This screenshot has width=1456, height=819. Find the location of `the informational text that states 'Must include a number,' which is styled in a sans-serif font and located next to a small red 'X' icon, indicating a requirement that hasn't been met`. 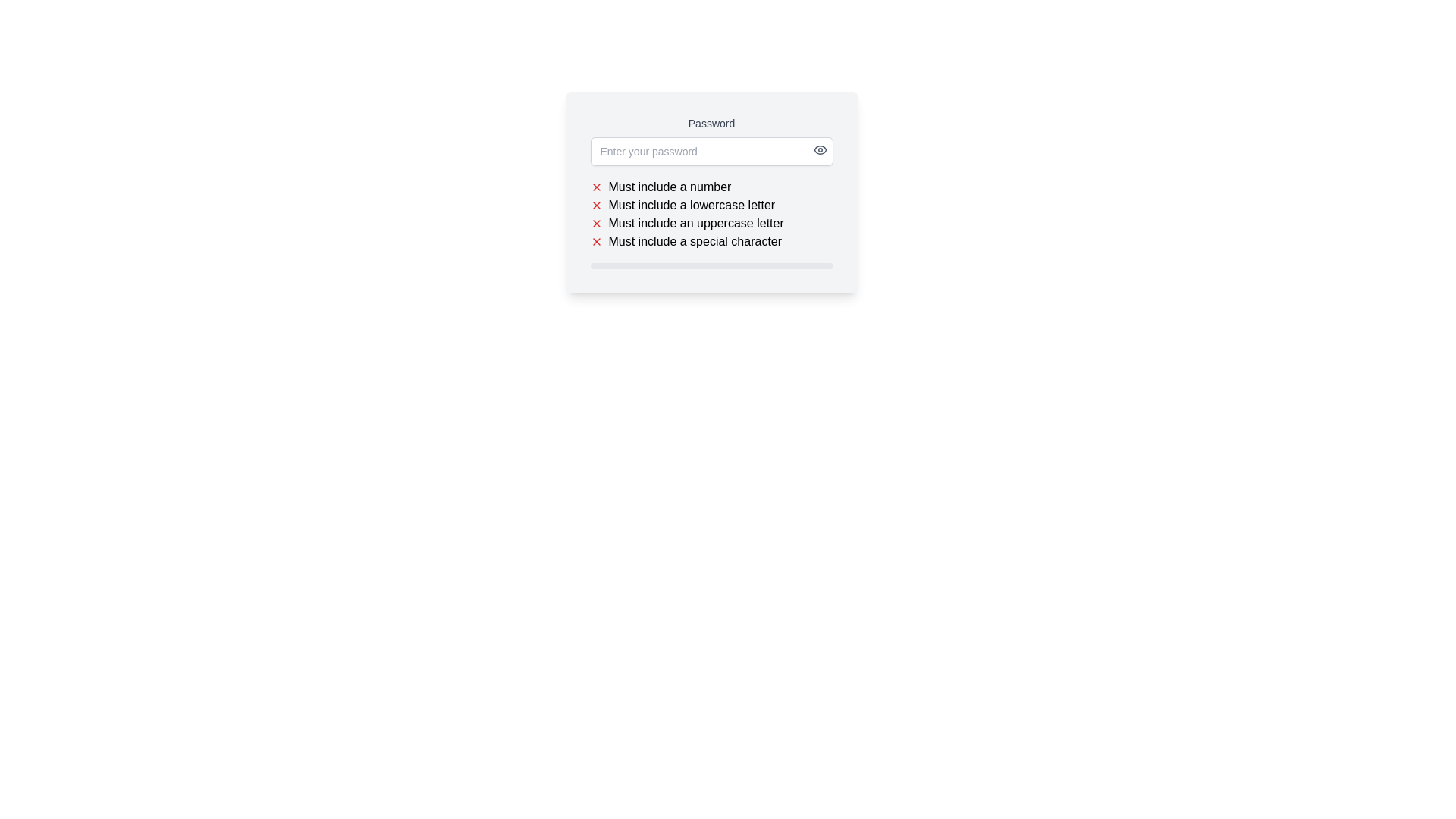

the informational text that states 'Must include a number,' which is styled in a sans-serif font and located next to a small red 'X' icon, indicating a requirement that hasn't been met is located at coordinates (669, 186).